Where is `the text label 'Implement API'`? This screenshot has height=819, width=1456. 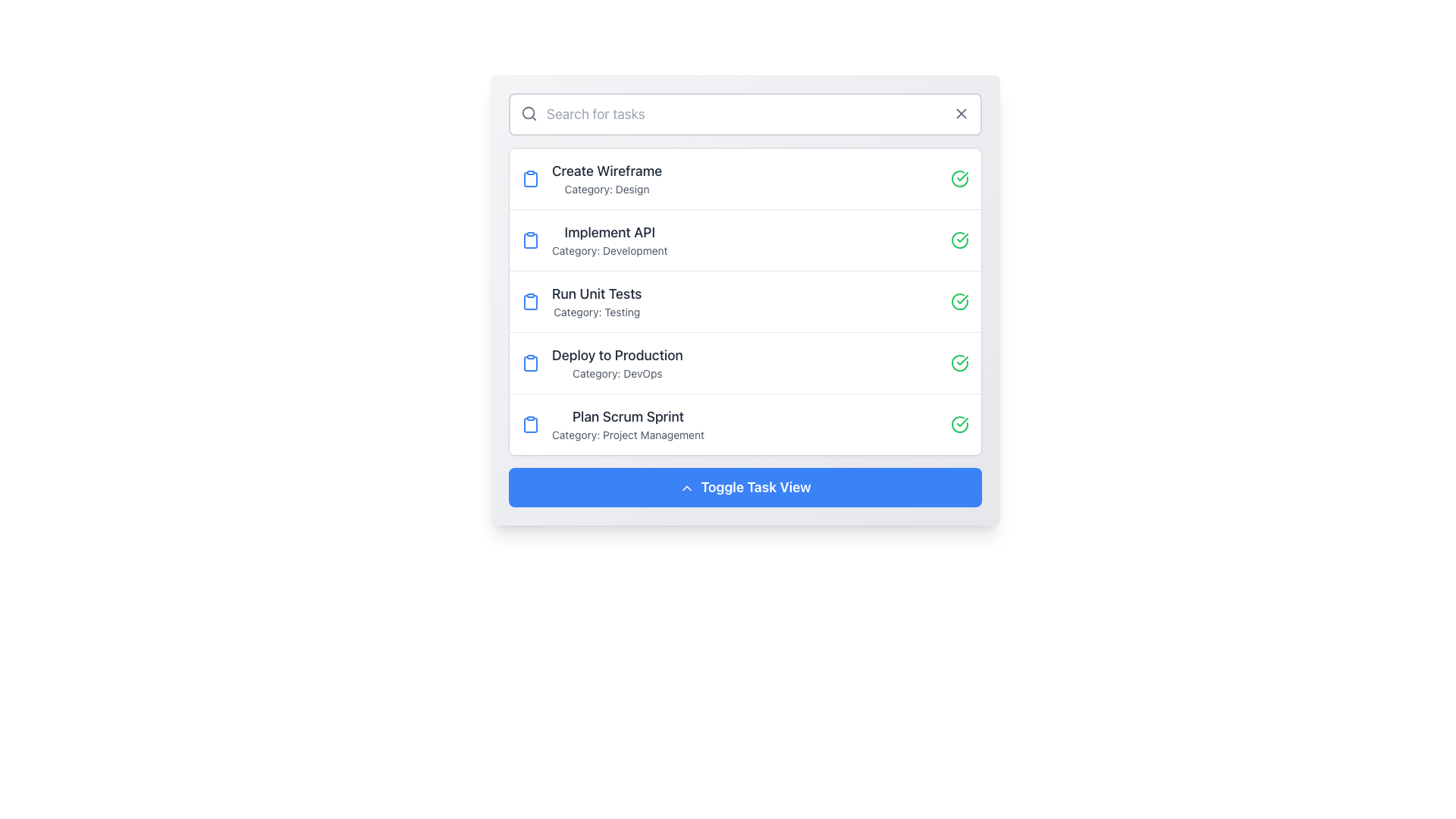 the text label 'Implement API' is located at coordinates (610, 233).